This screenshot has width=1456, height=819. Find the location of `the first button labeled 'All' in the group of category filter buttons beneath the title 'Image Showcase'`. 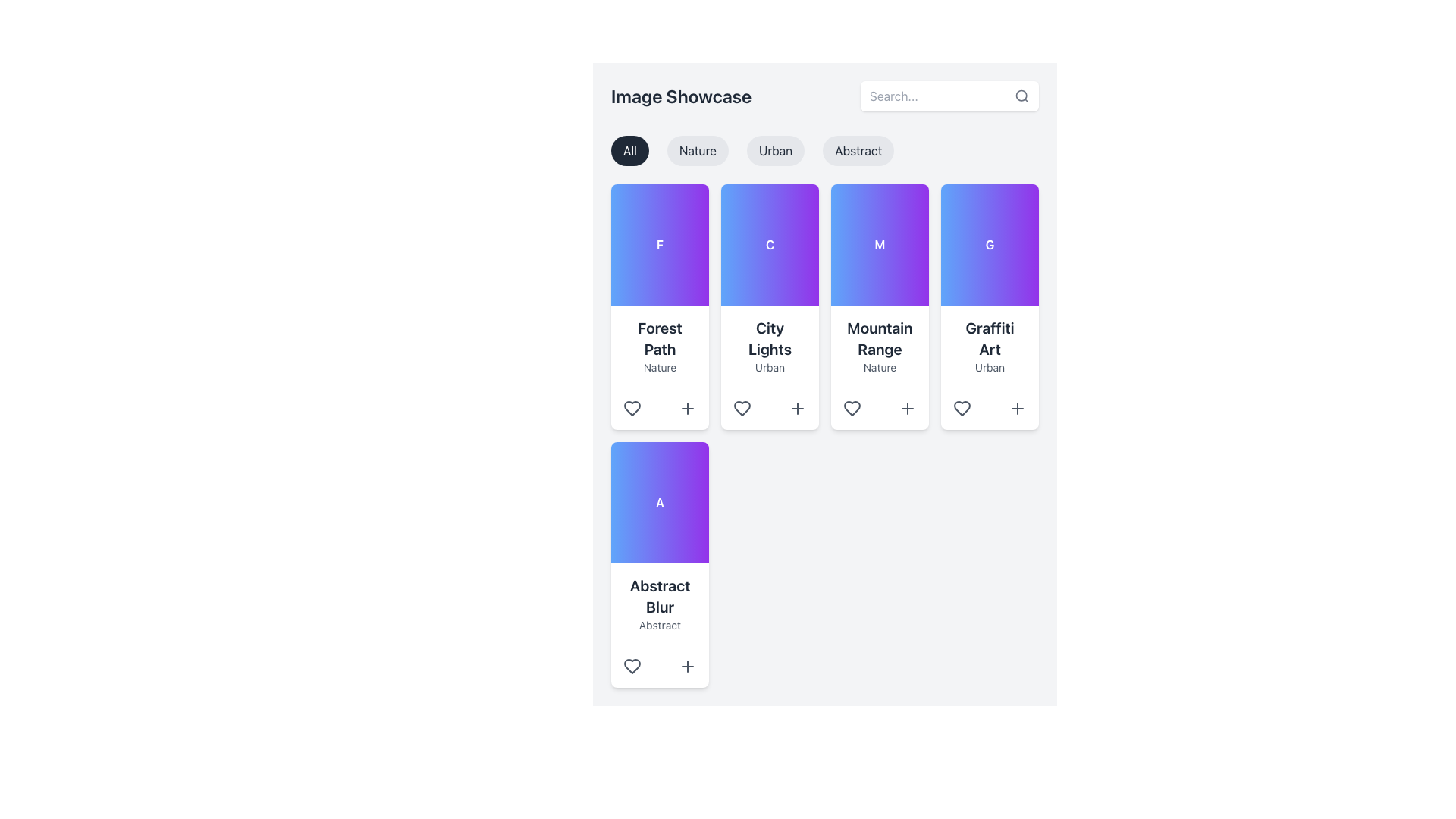

the first button labeled 'All' in the group of category filter buttons beneath the title 'Image Showcase' is located at coordinates (629, 151).